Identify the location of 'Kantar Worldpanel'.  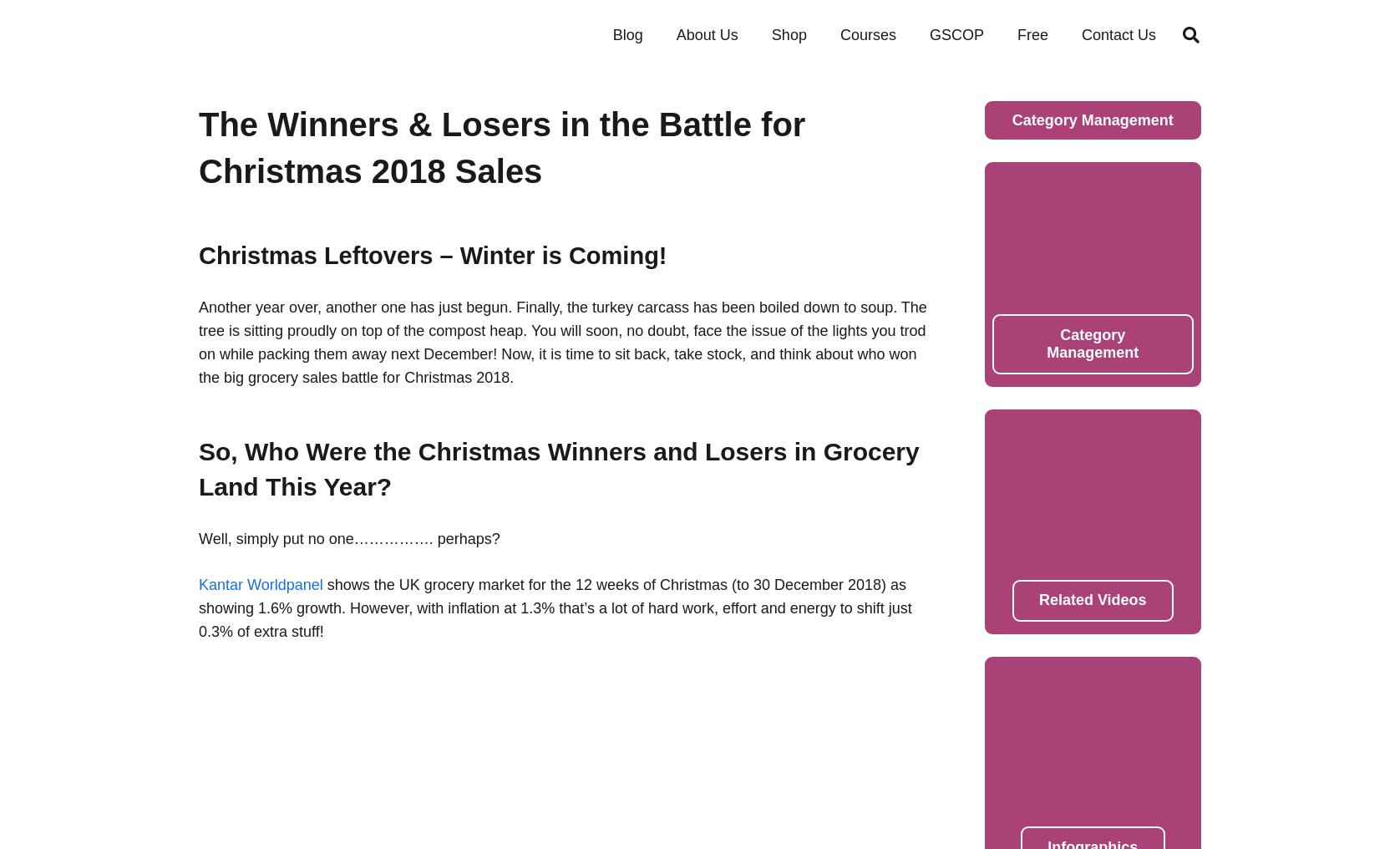
(260, 583).